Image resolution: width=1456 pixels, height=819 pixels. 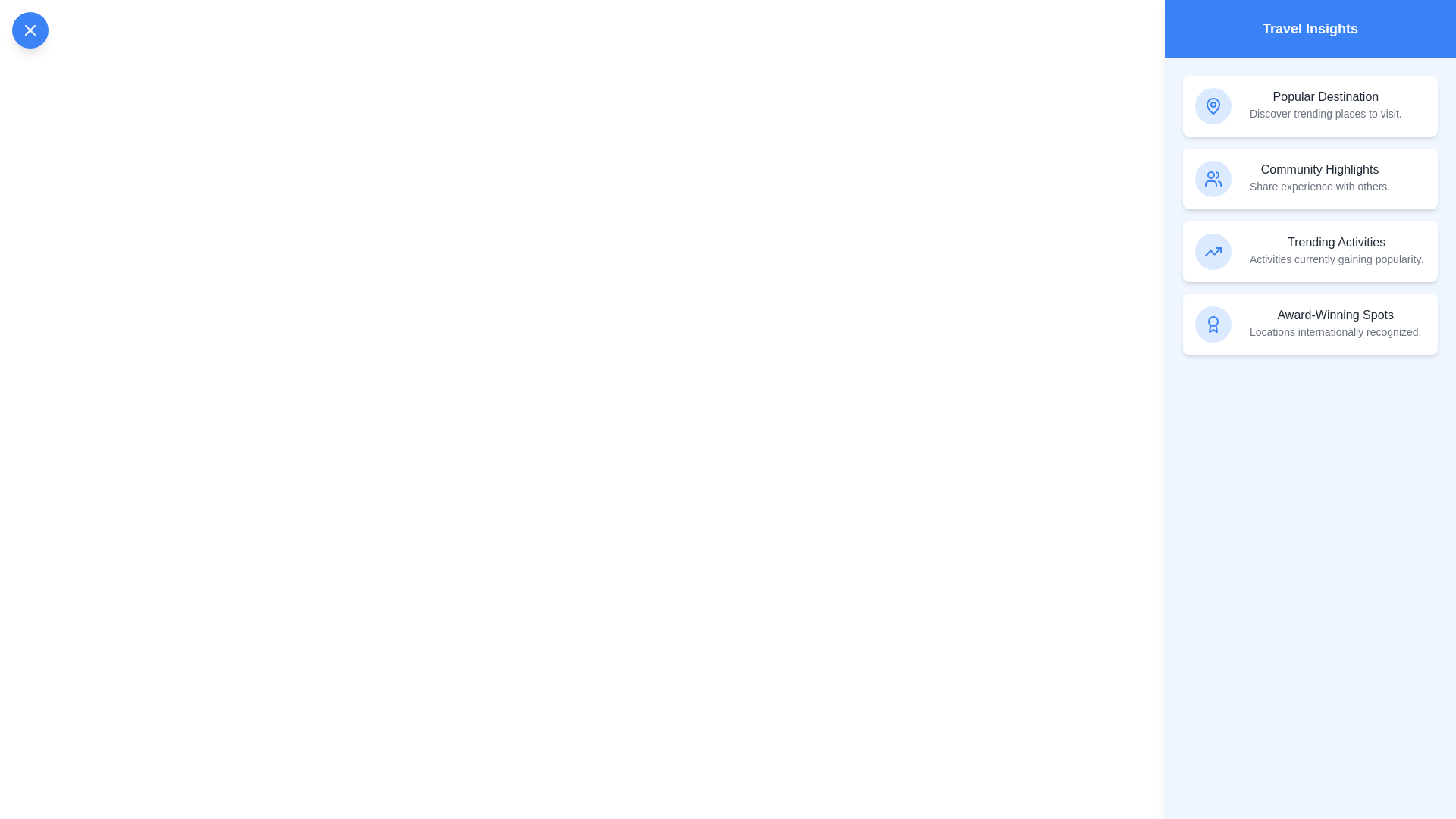 What do you see at coordinates (1310, 177) in the screenshot?
I see `the insight item labeled 'Community Highlights' to observe its hover effect` at bounding box center [1310, 177].